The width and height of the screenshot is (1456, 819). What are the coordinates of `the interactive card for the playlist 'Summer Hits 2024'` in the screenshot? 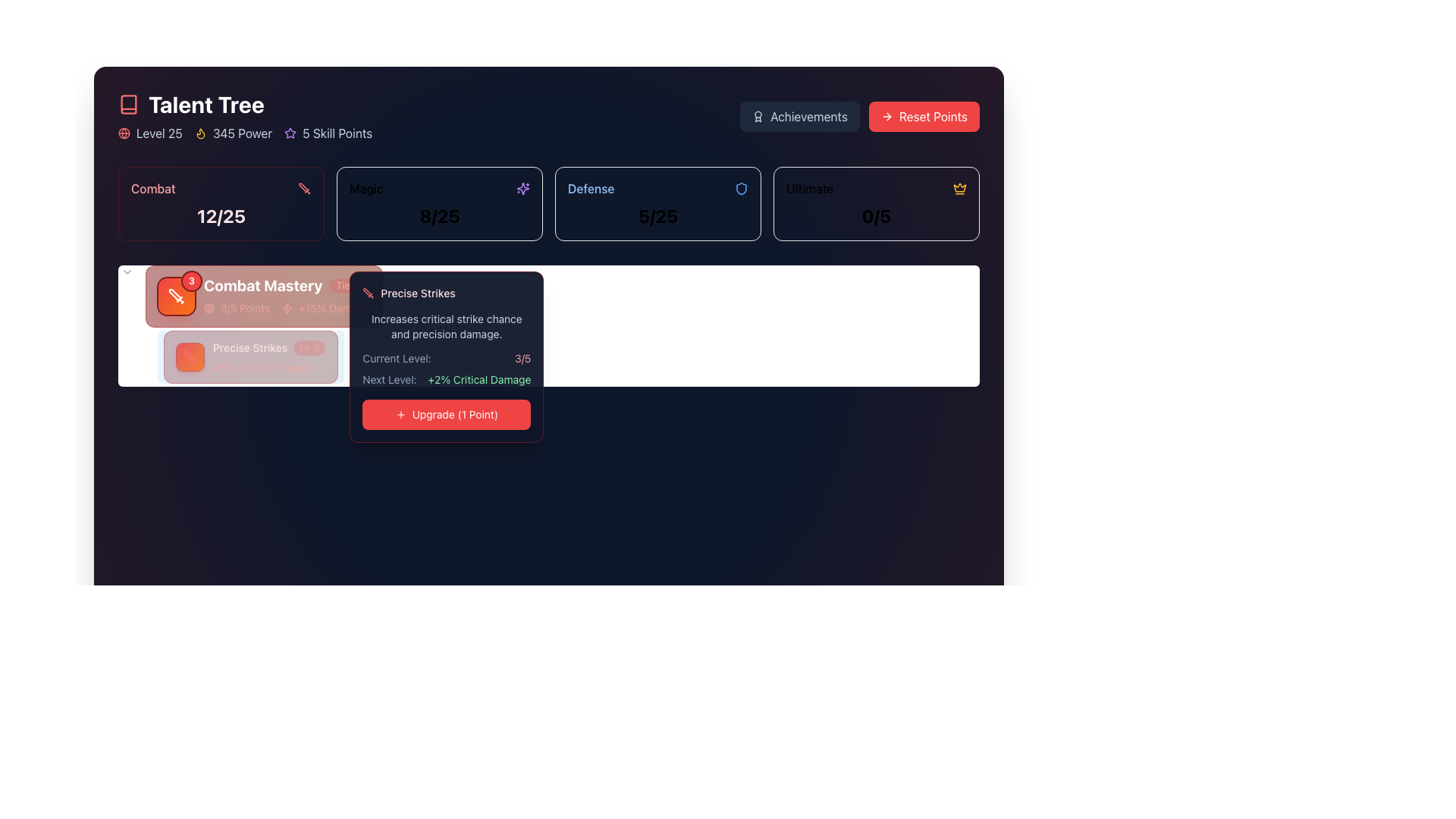 It's located at (340, 215).